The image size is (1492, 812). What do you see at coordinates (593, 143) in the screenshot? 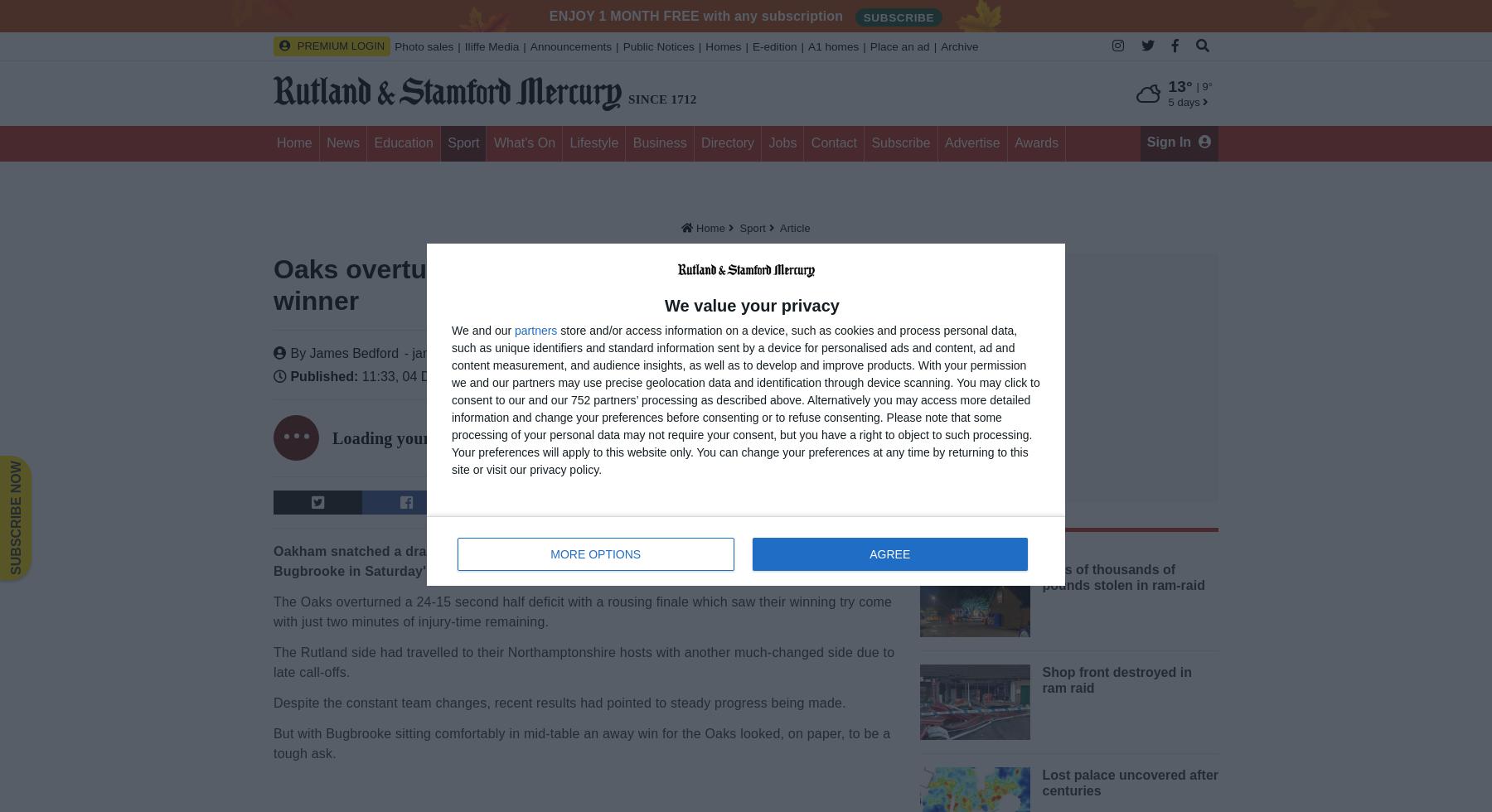
I see `'Lifestyle'` at bounding box center [593, 143].